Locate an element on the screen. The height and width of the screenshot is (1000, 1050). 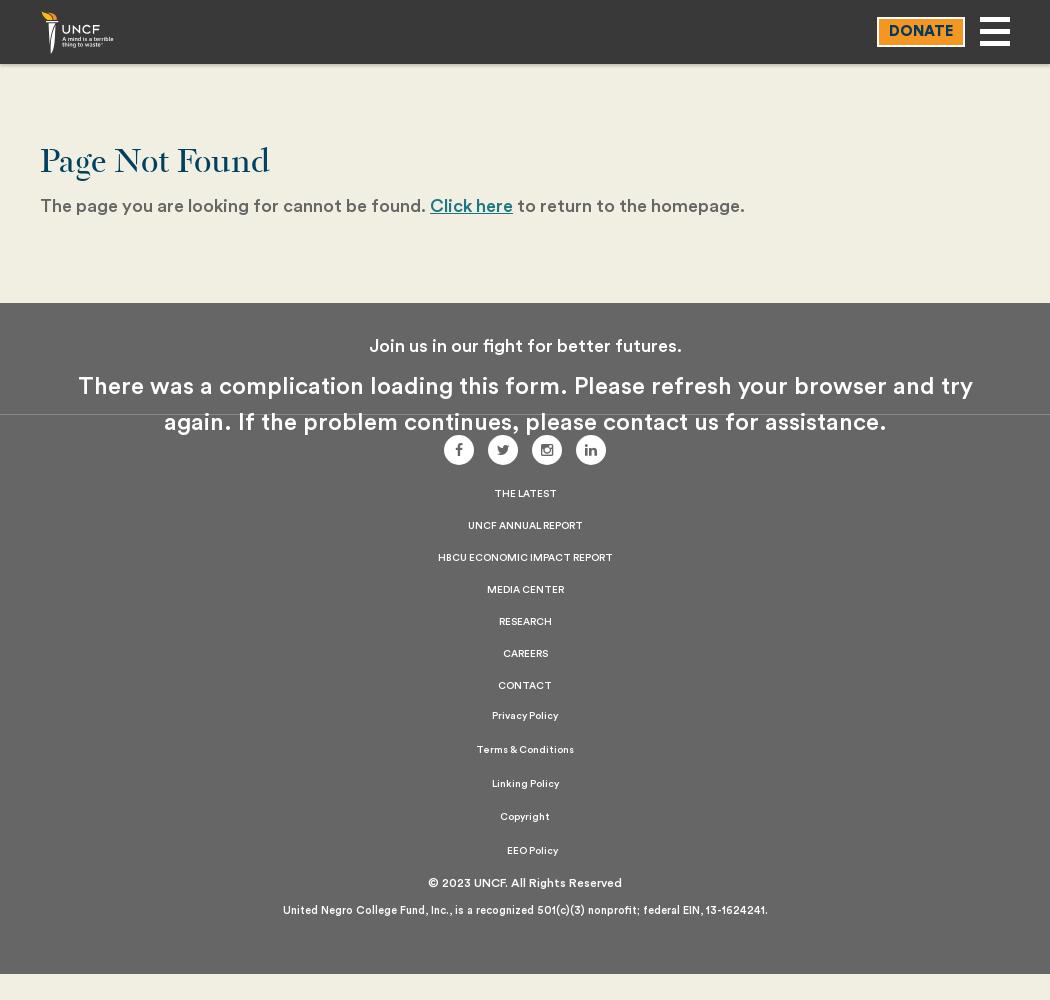
'The Latest' is located at coordinates (523, 493).